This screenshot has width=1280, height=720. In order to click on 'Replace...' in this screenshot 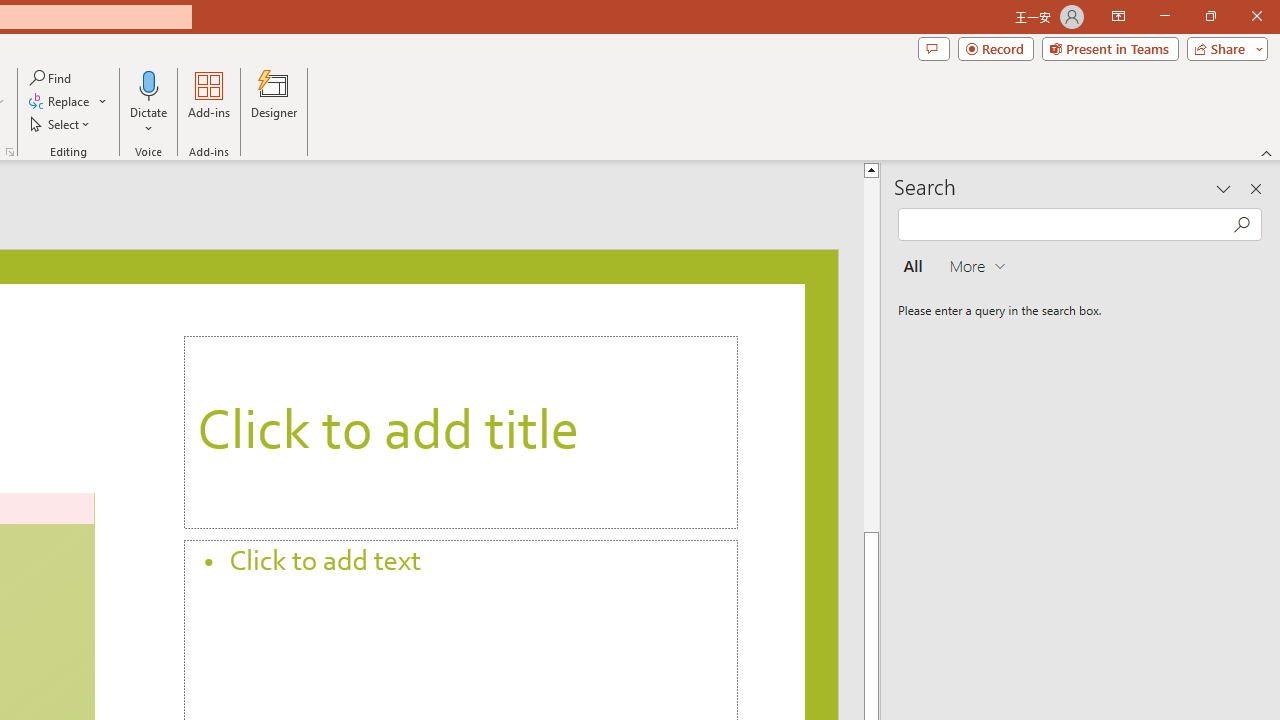, I will do `click(60, 101)`.